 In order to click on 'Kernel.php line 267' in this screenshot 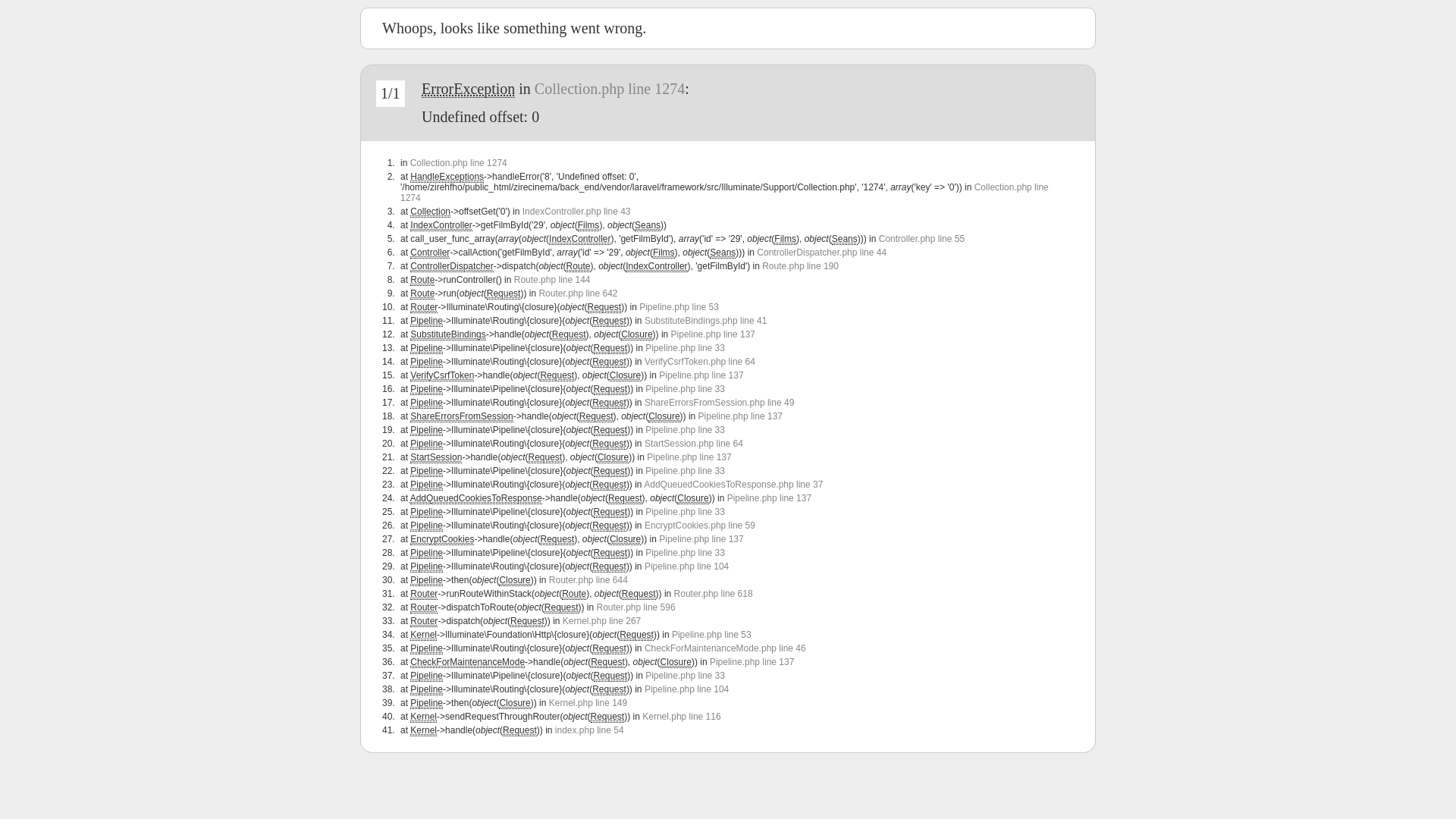, I will do `click(601, 620)`.